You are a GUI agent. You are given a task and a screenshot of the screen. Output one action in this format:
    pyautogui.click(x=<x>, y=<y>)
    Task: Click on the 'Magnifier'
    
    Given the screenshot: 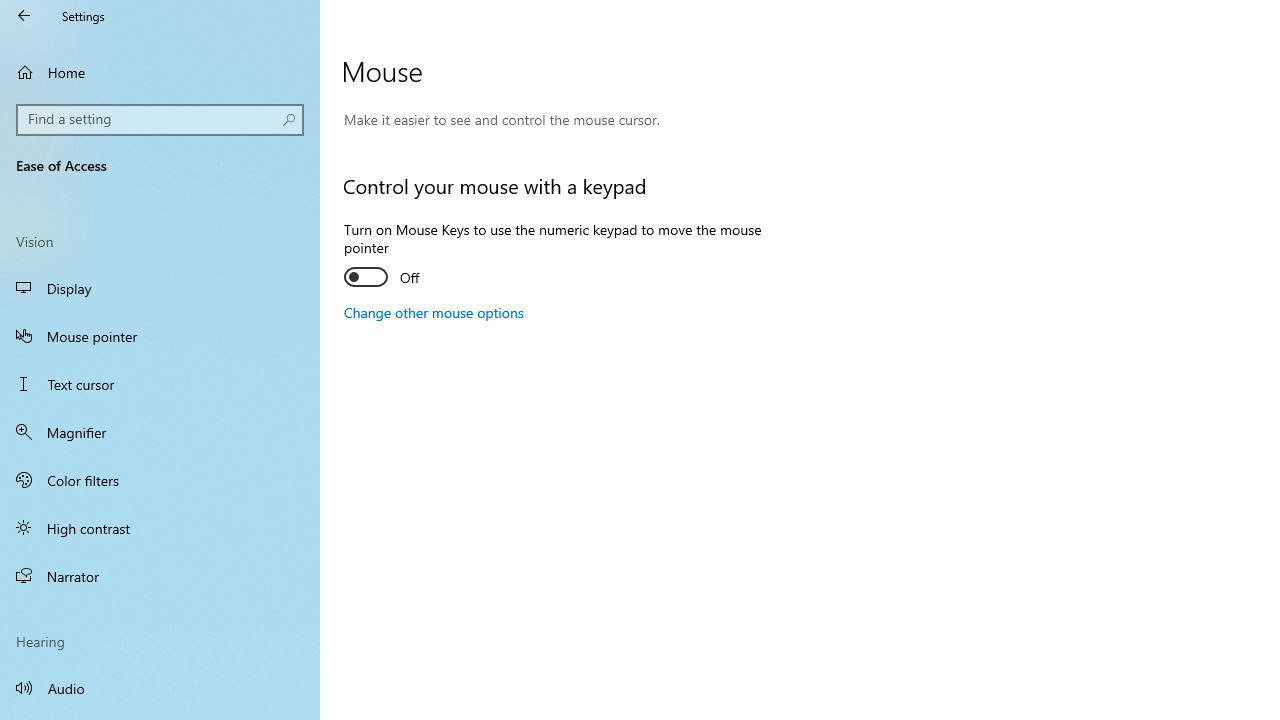 What is the action you would take?
    pyautogui.click(x=160, y=431)
    